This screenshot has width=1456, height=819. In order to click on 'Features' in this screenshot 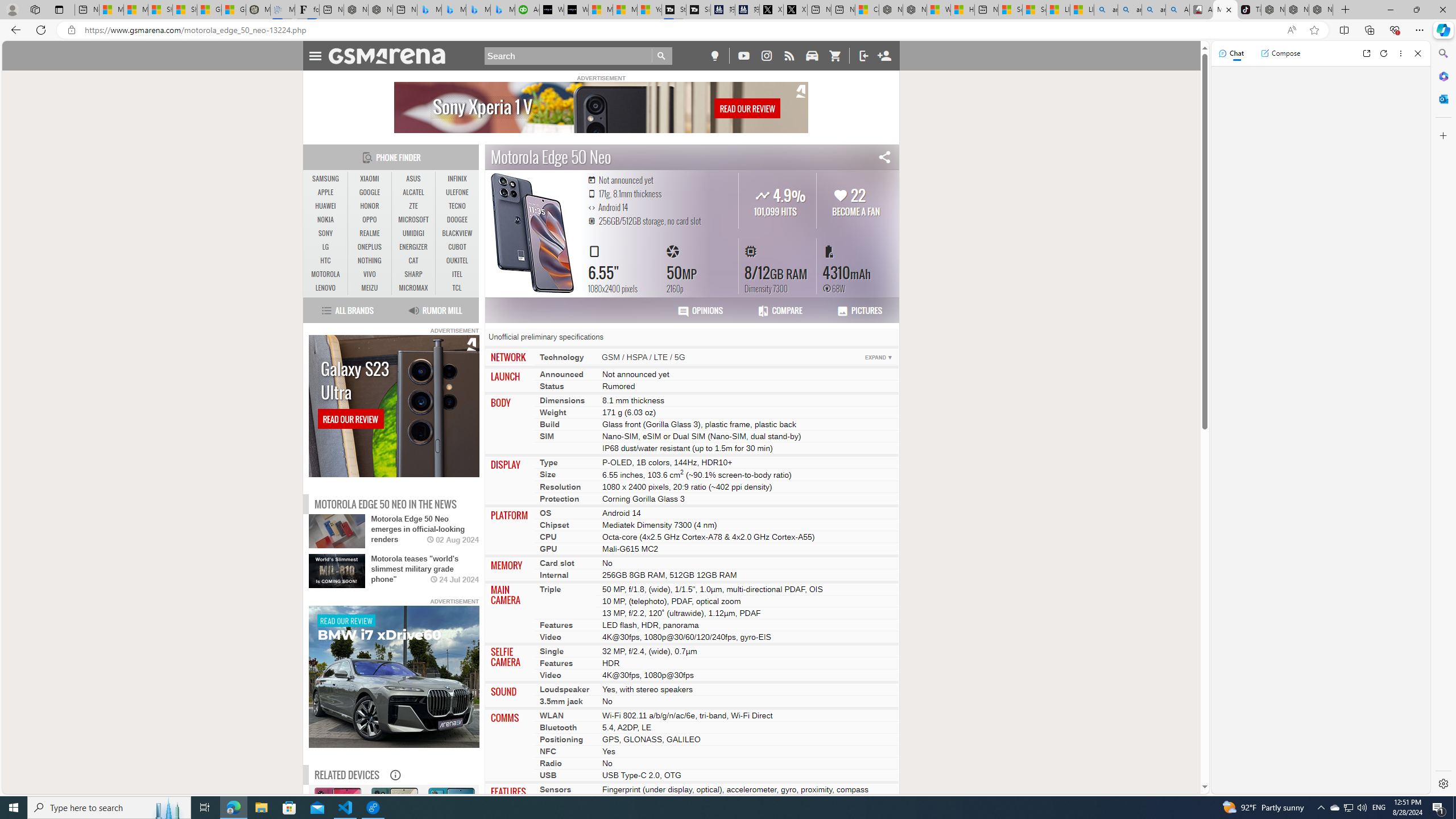, I will do `click(556, 662)`.